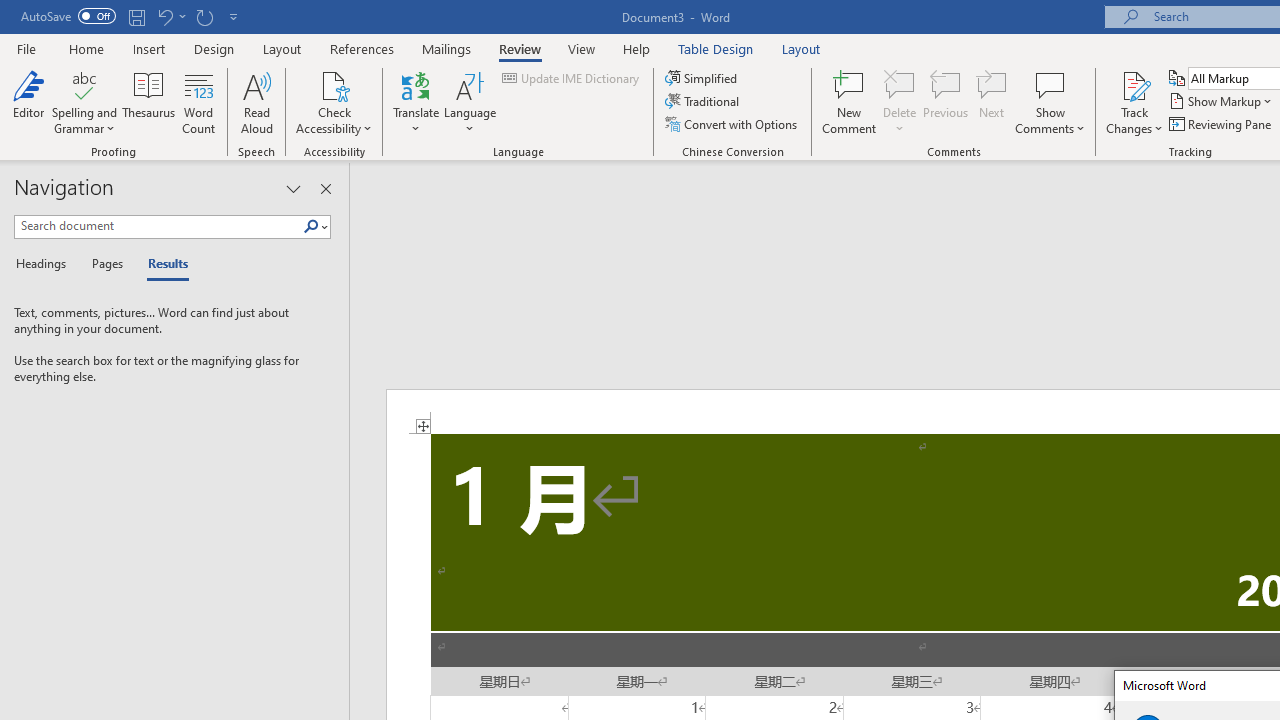  I want to click on 'Show Comments', so click(1049, 103).